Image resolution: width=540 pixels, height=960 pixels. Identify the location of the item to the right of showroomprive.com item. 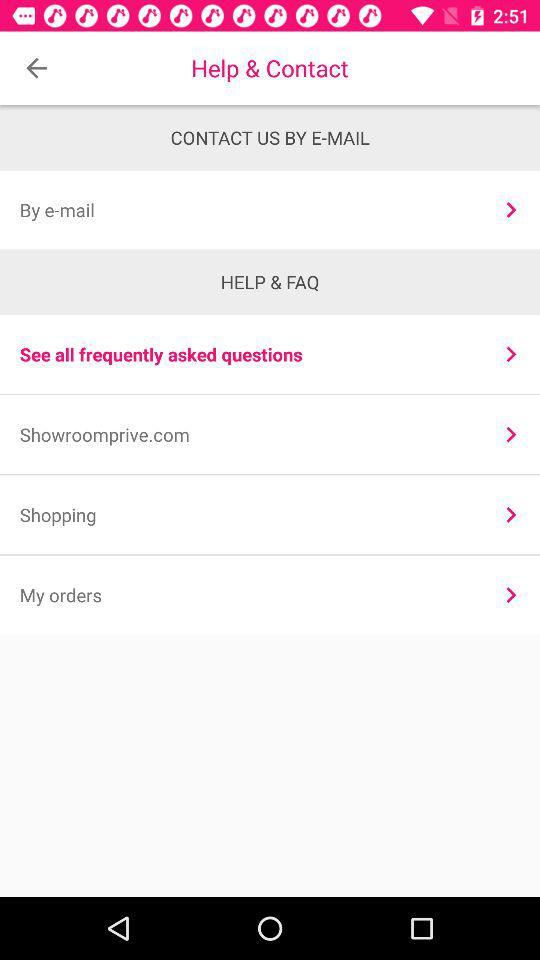
(511, 434).